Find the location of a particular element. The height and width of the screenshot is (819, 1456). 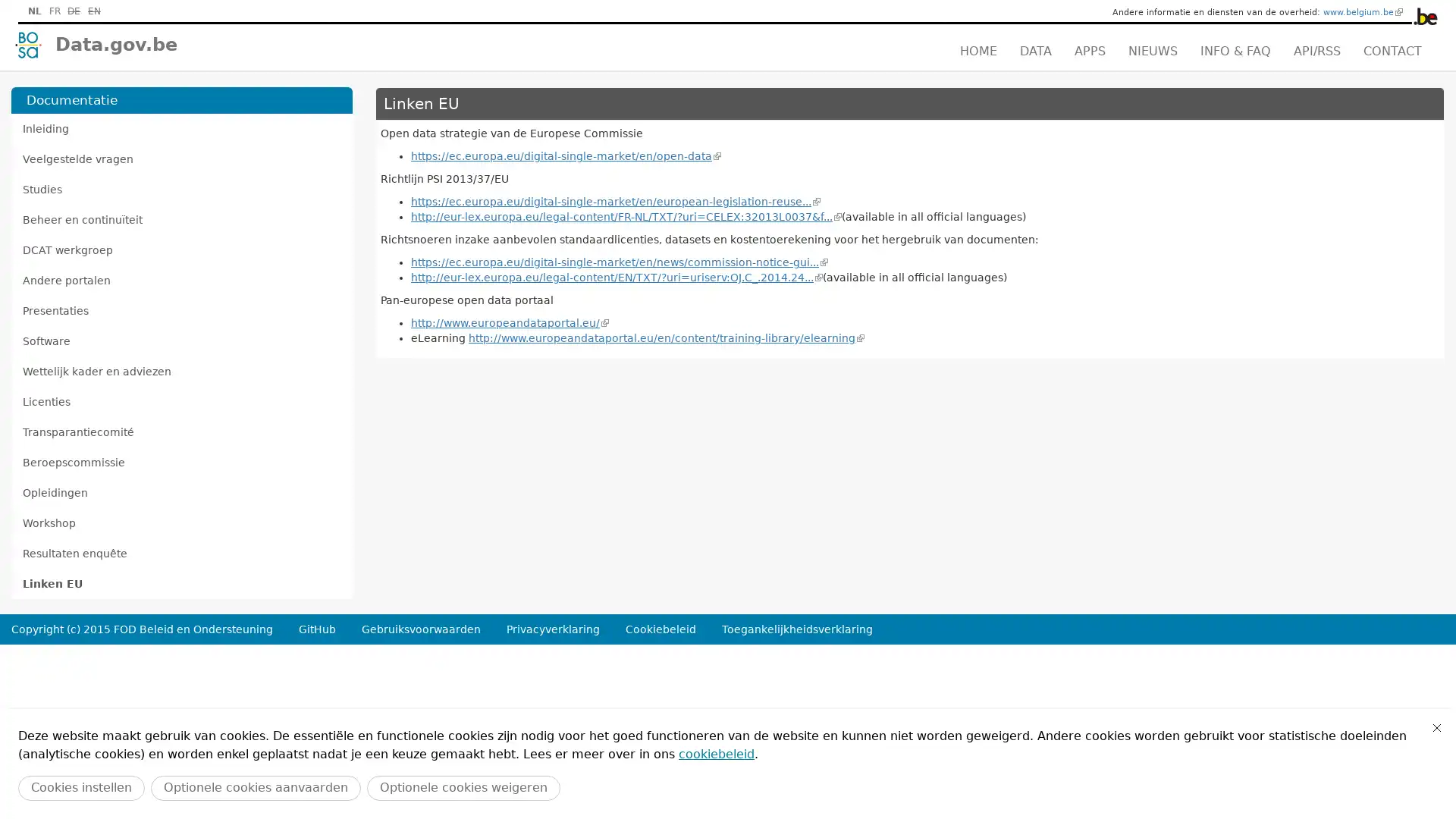

Sluiten is located at coordinates (1436, 727).